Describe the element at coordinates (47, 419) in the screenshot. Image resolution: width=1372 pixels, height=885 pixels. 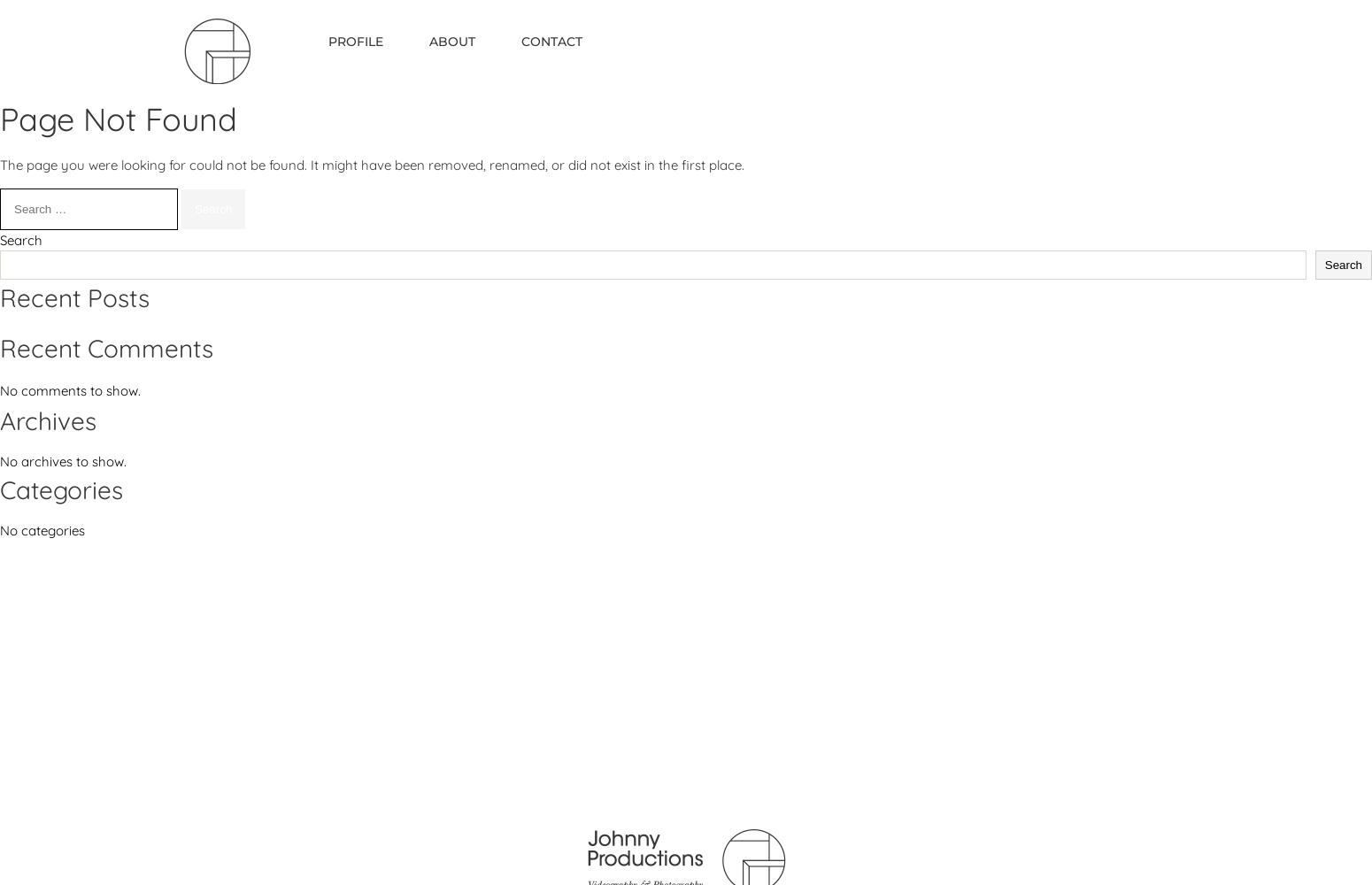
I see `'Archives'` at that location.